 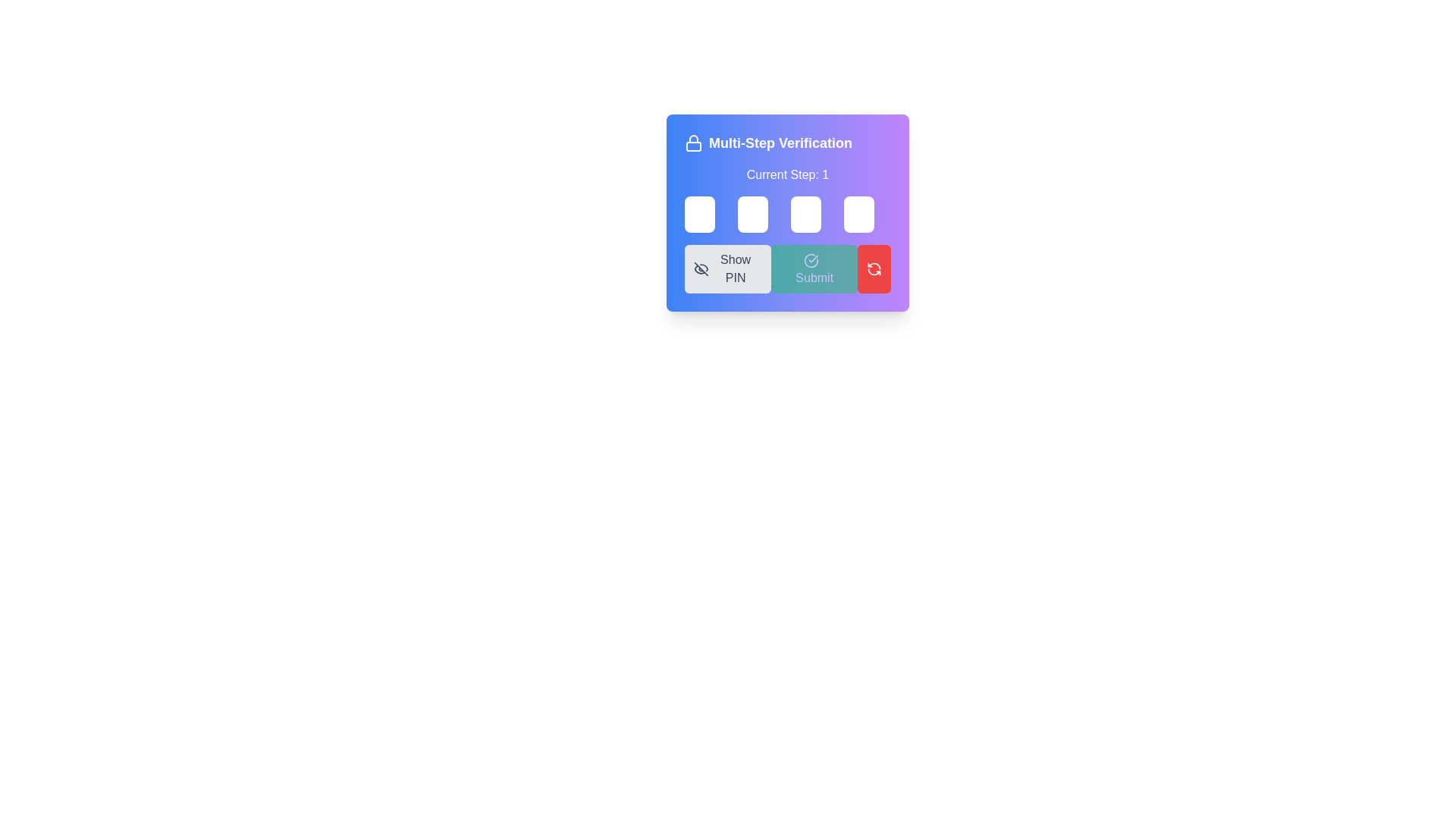 I want to click on the decorative circular icon within the 'Submit' button located in the lower middle section of the multi-step verification interface, so click(x=811, y=259).